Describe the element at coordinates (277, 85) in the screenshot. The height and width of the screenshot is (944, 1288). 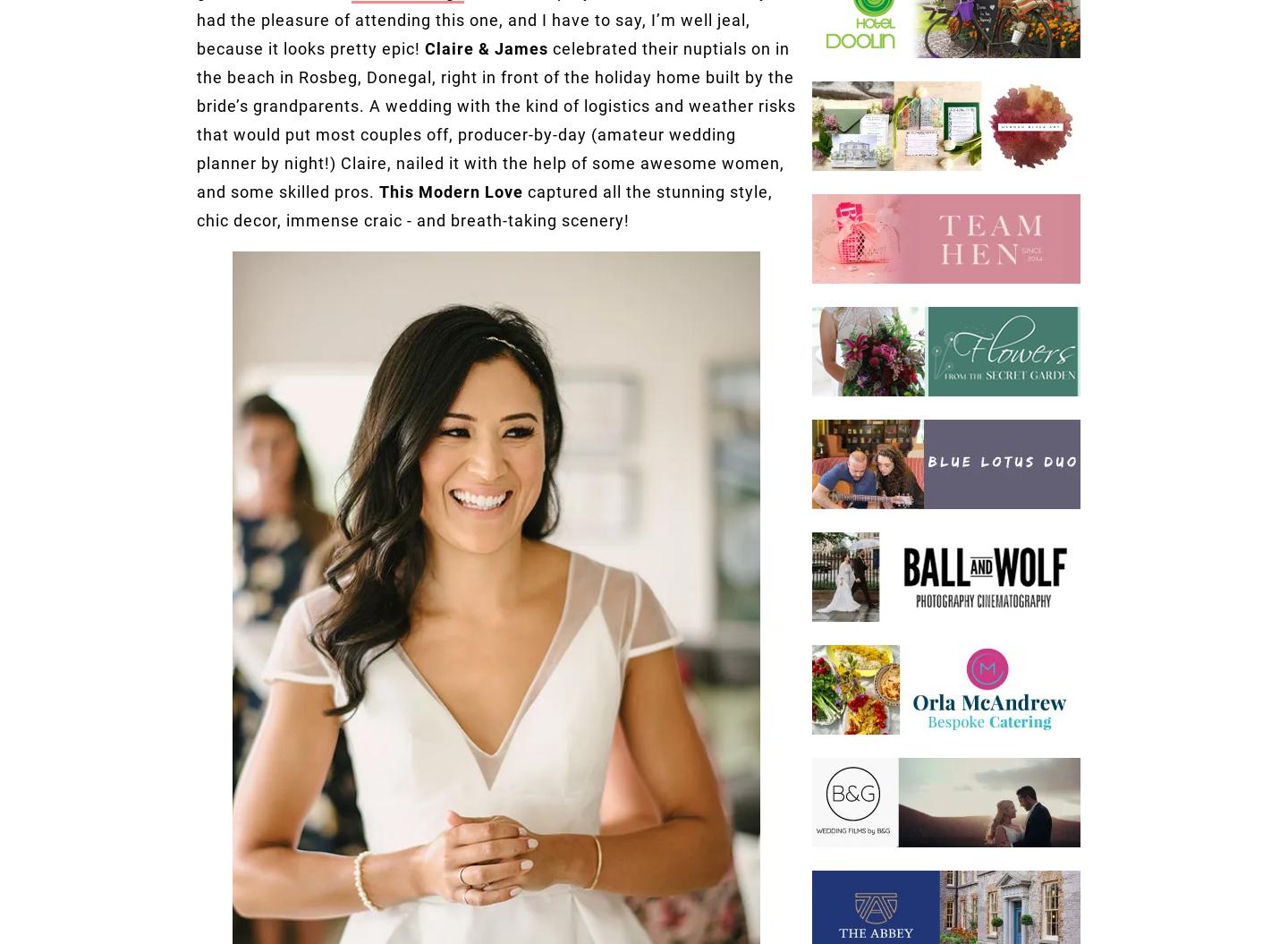
I see `'Wedding Dress & Accessories'` at that location.